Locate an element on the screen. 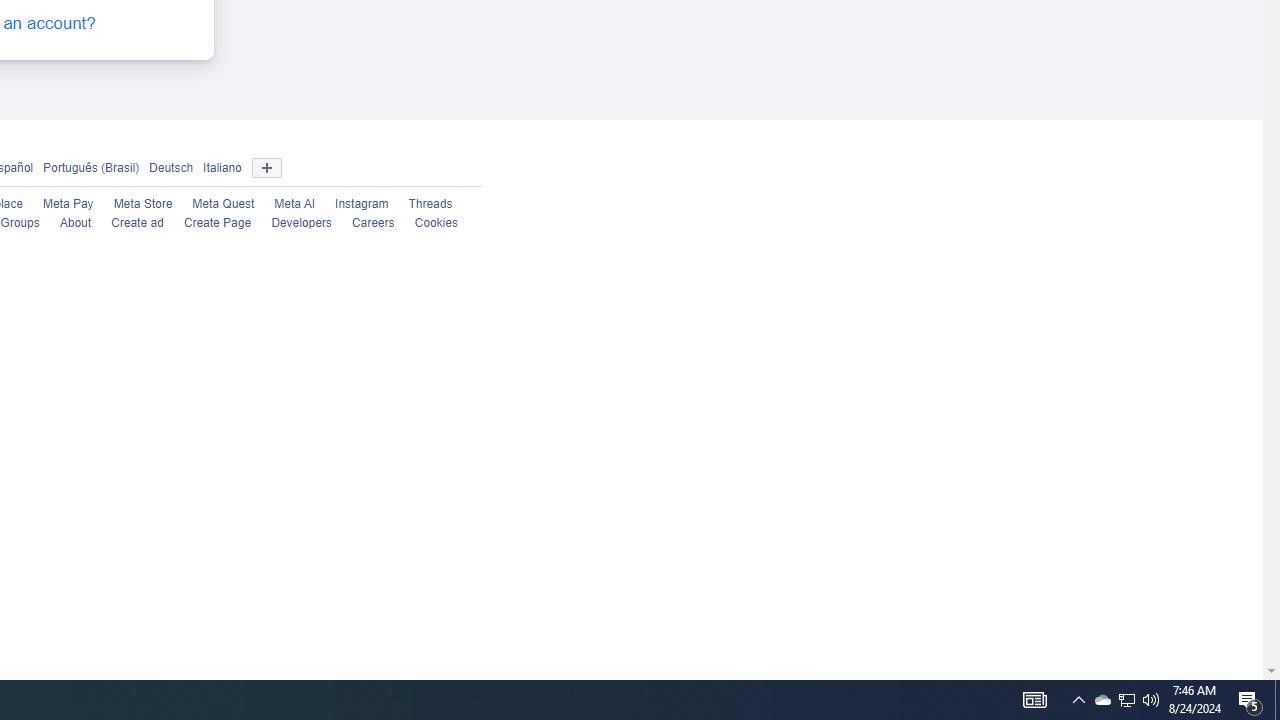  'Deutsch' is located at coordinates (171, 166).